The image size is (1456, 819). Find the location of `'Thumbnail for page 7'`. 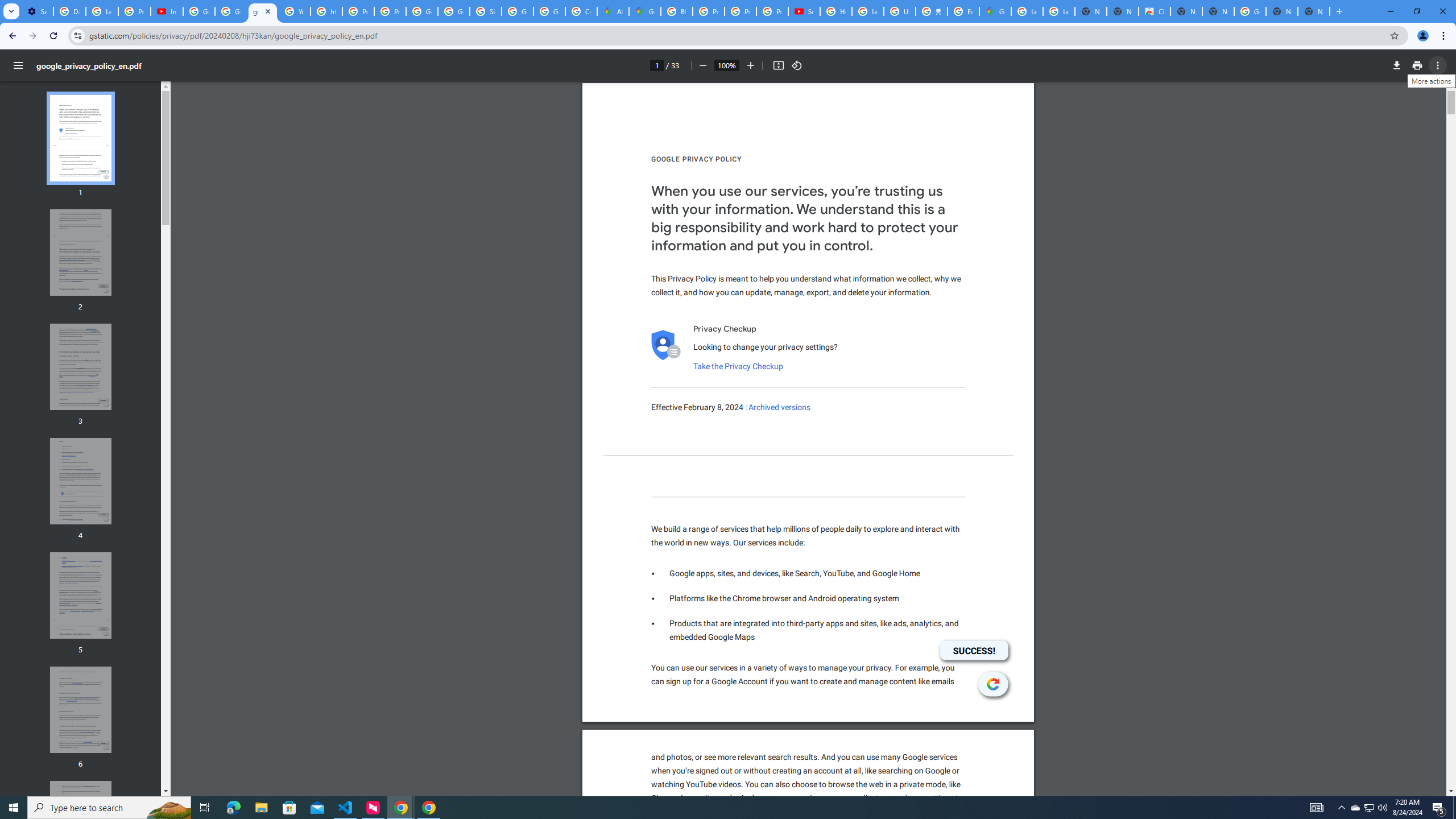

'Thumbnail for page 7' is located at coordinates (81, 819).